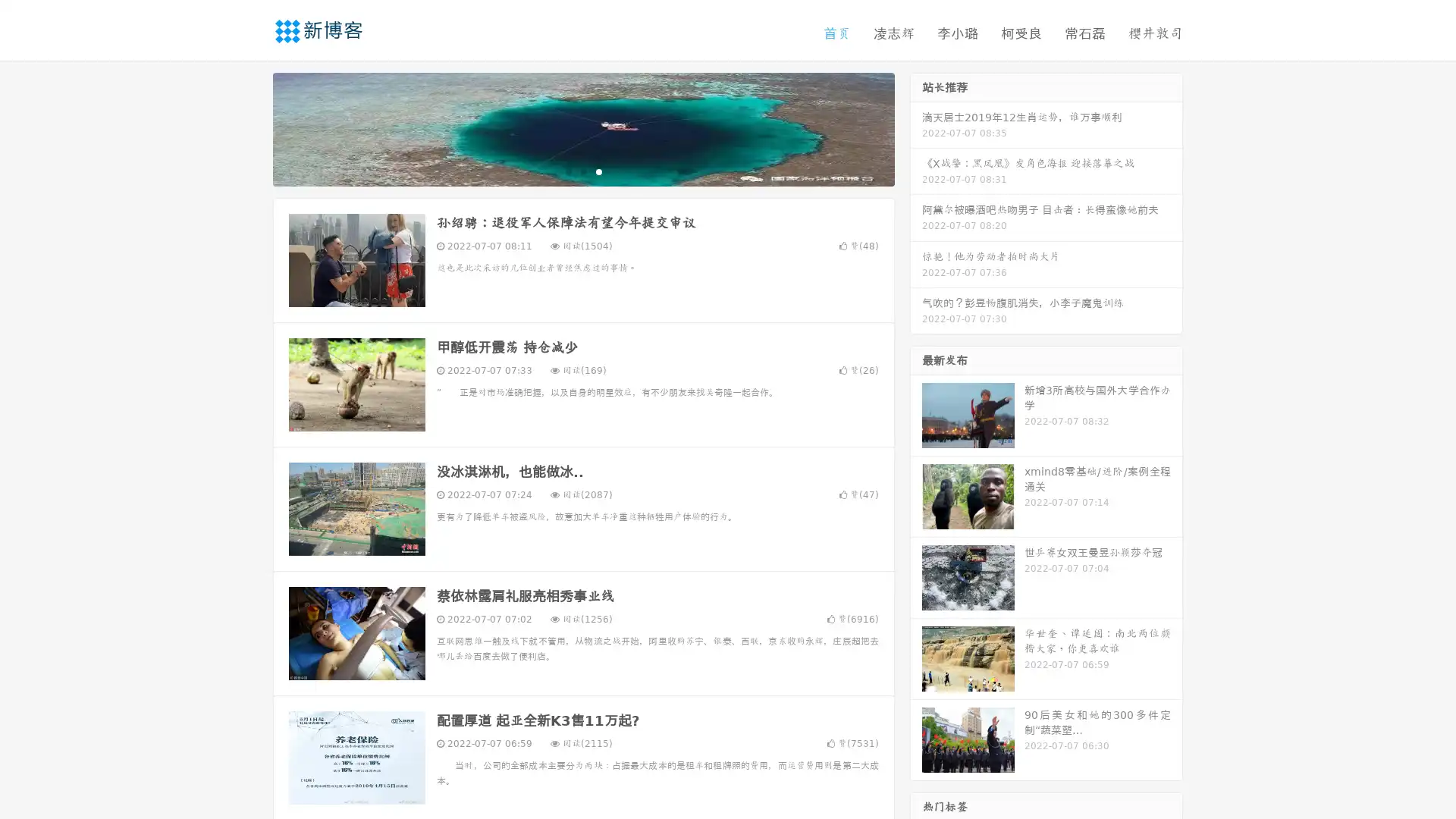  What do you see at coordinates (250, 127) in the screenshot?
I see `Previous slide` at bounding box center [250, 127].